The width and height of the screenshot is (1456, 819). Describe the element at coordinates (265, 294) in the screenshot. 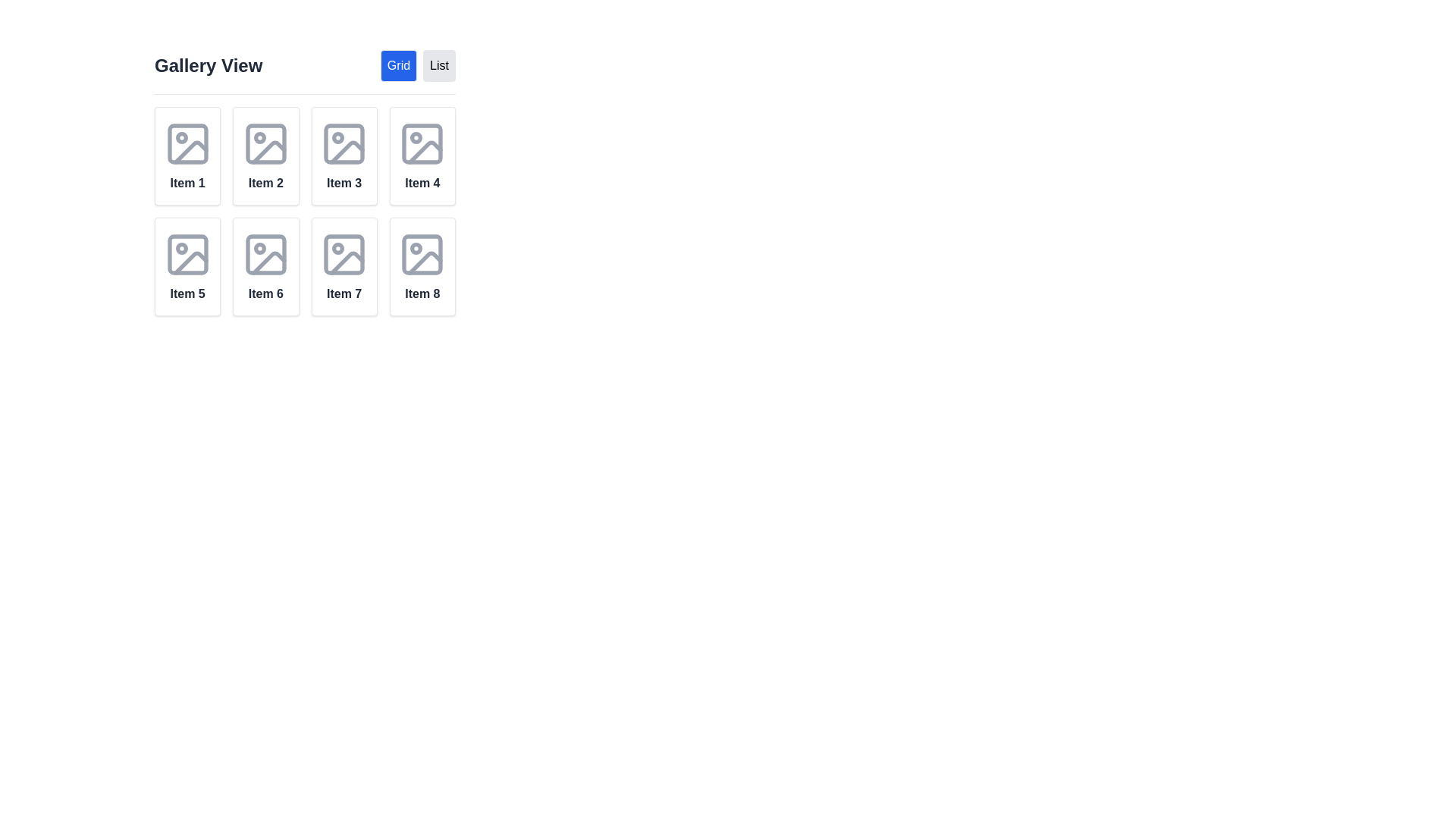

I see `the text label styled with a bold font and dark gray color reading 'Item 6', located below the image representation within the card labeled 'Item 6' in the second row and second column of the grid layout` at that location.